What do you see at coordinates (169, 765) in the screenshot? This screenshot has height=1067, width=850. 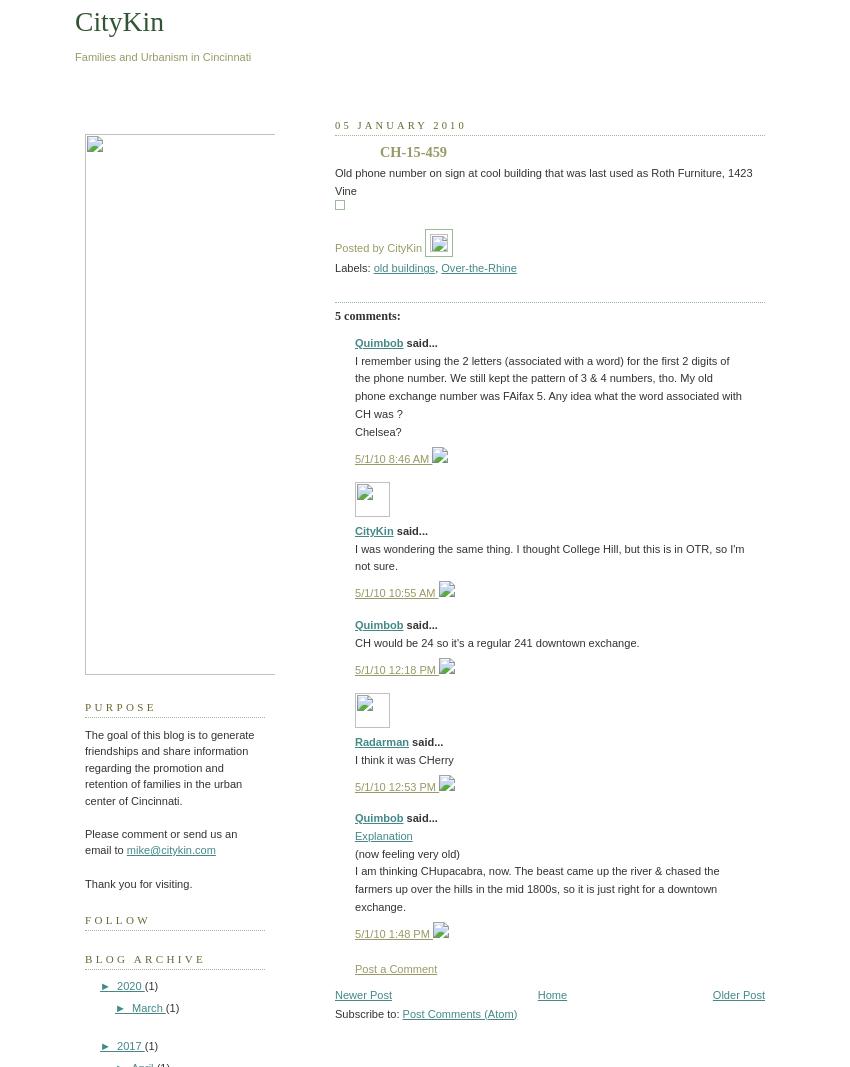 I see `'The goal of this blog is to generate friendships and share information regarding the promotion and retention of families in the urban center of Cincinnati.'` at bounding box center [169, 765].